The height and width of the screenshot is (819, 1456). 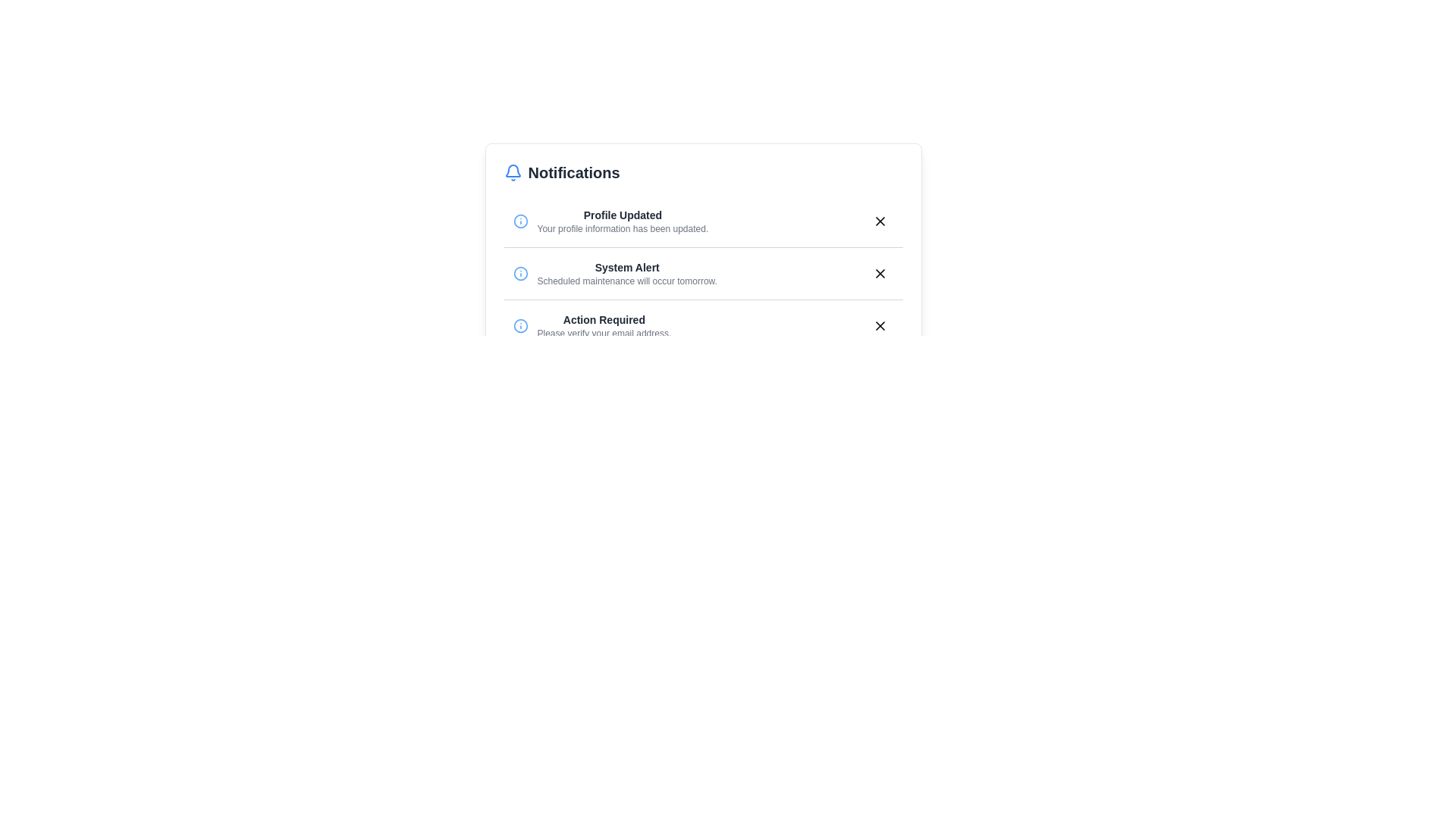 I want to click on the notification icon that informs users to verify their email address, which is the third item in the list of notifications, so click(x=591, y=325).